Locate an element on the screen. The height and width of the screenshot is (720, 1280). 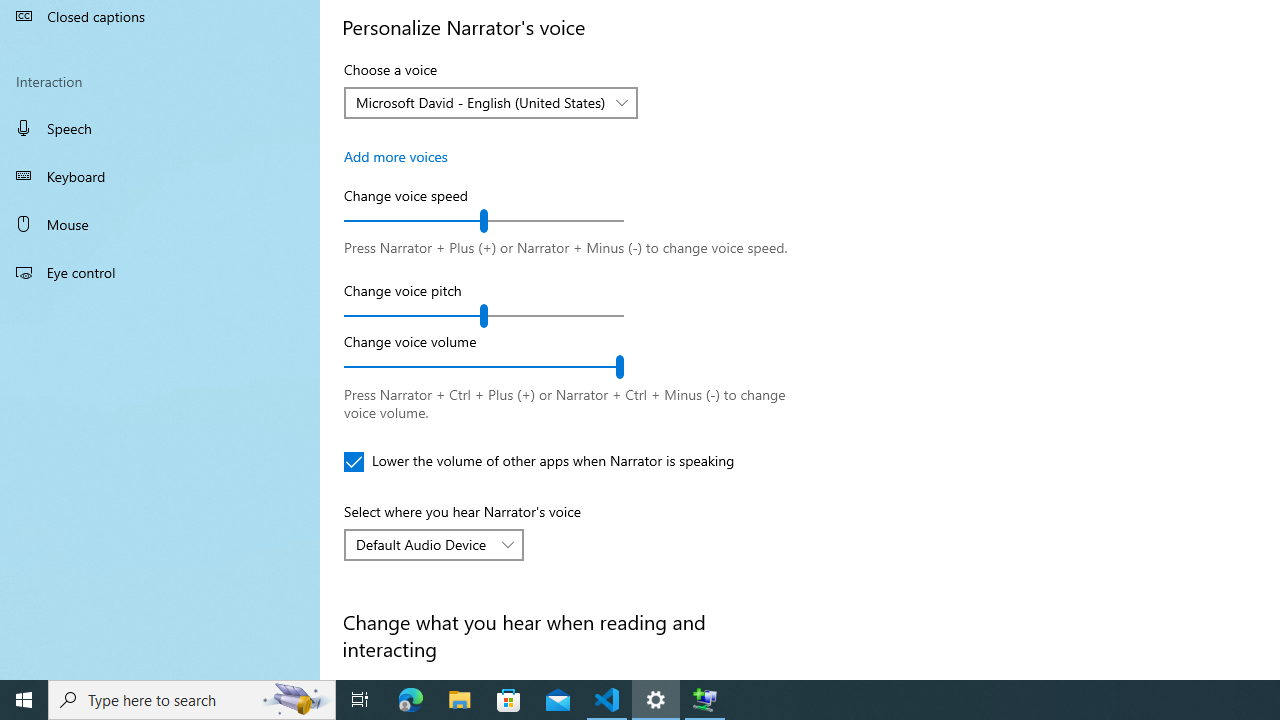
'Type here to search' is located at coordinates (192, 698).